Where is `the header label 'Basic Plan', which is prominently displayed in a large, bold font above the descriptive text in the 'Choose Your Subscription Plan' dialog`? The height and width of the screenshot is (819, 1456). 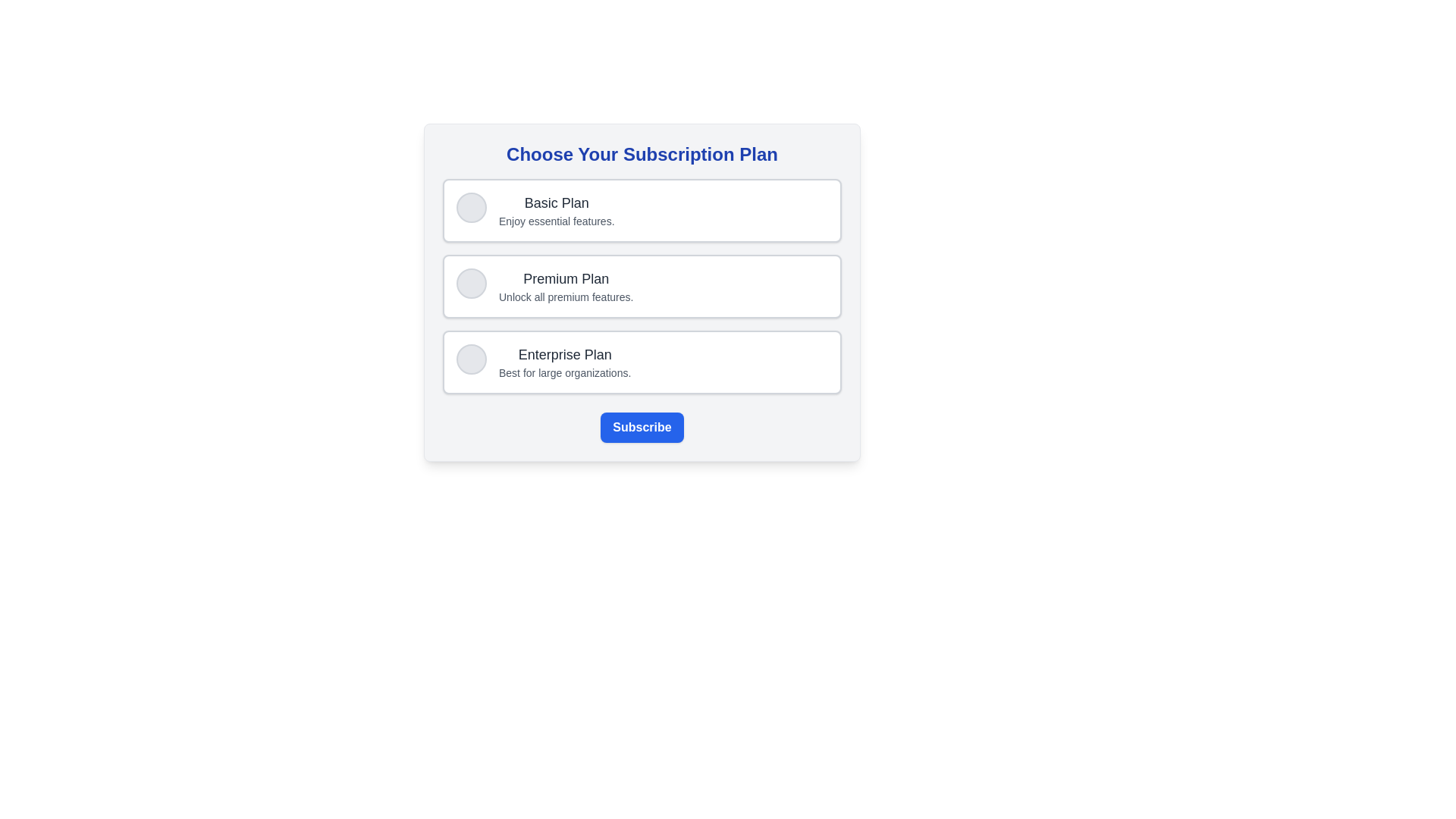
the header label 'Basic Plan', which is prominently displayed in a large, bold font above the descriptive text in the 'Choose Your Subscription Plan' dialog is located at coordinates (556, 202).